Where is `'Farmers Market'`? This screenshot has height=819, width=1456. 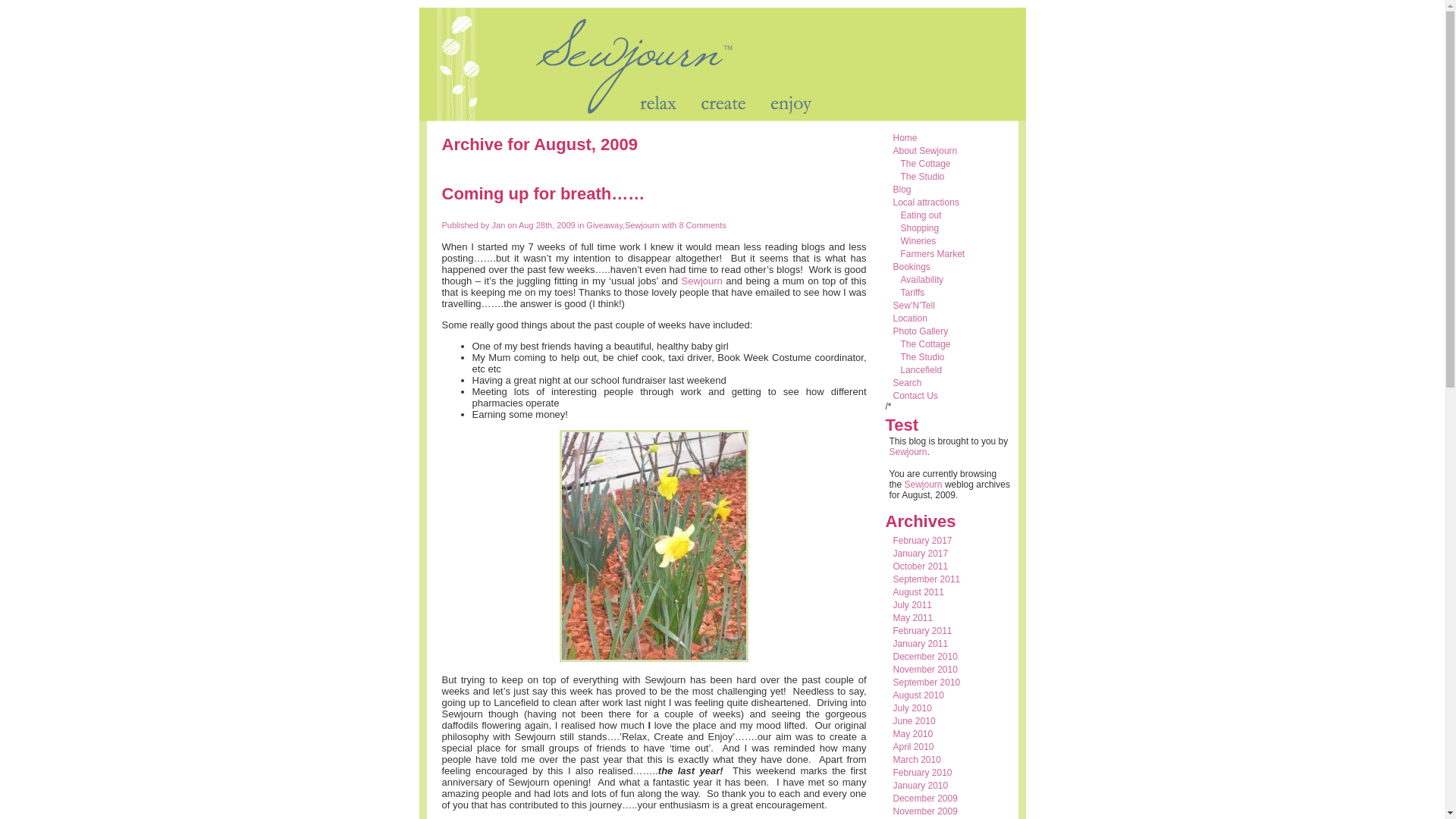 'Farmers Market' is located at coordinates (932, 253).